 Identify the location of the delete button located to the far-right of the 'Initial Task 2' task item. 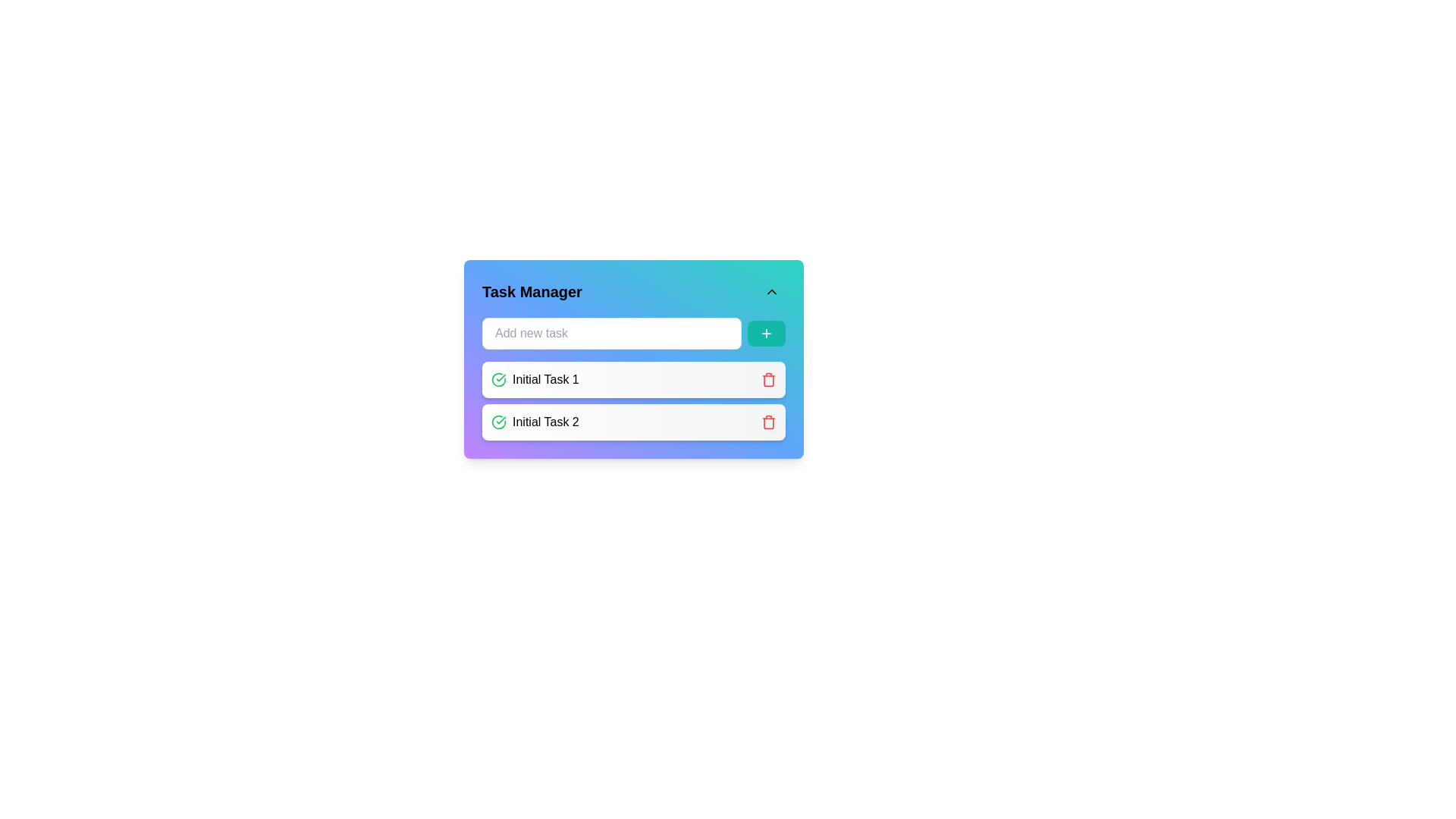
(768, 422).